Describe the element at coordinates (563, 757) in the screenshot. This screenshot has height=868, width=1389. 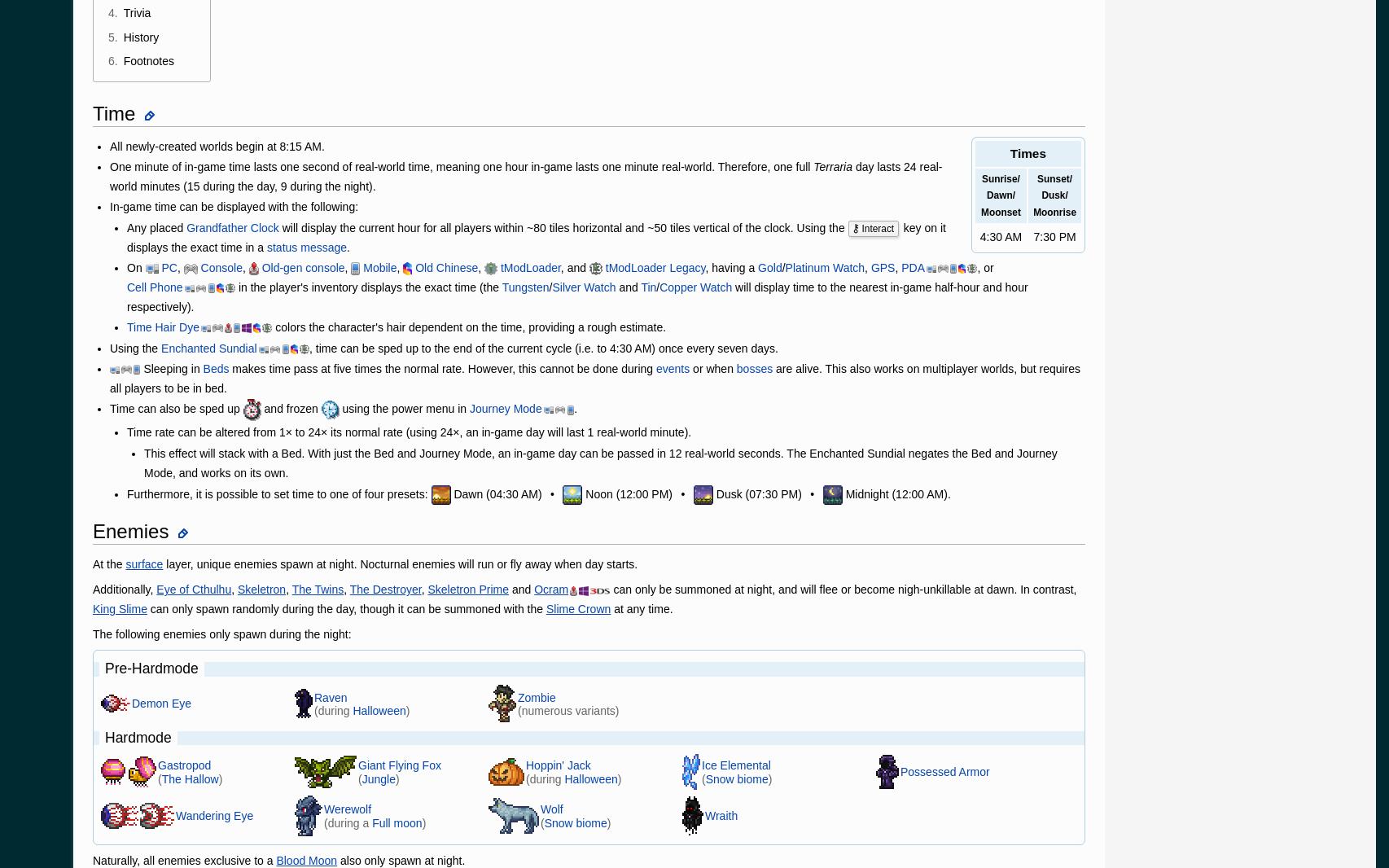
I see `'Global Sitemap'` at that location.